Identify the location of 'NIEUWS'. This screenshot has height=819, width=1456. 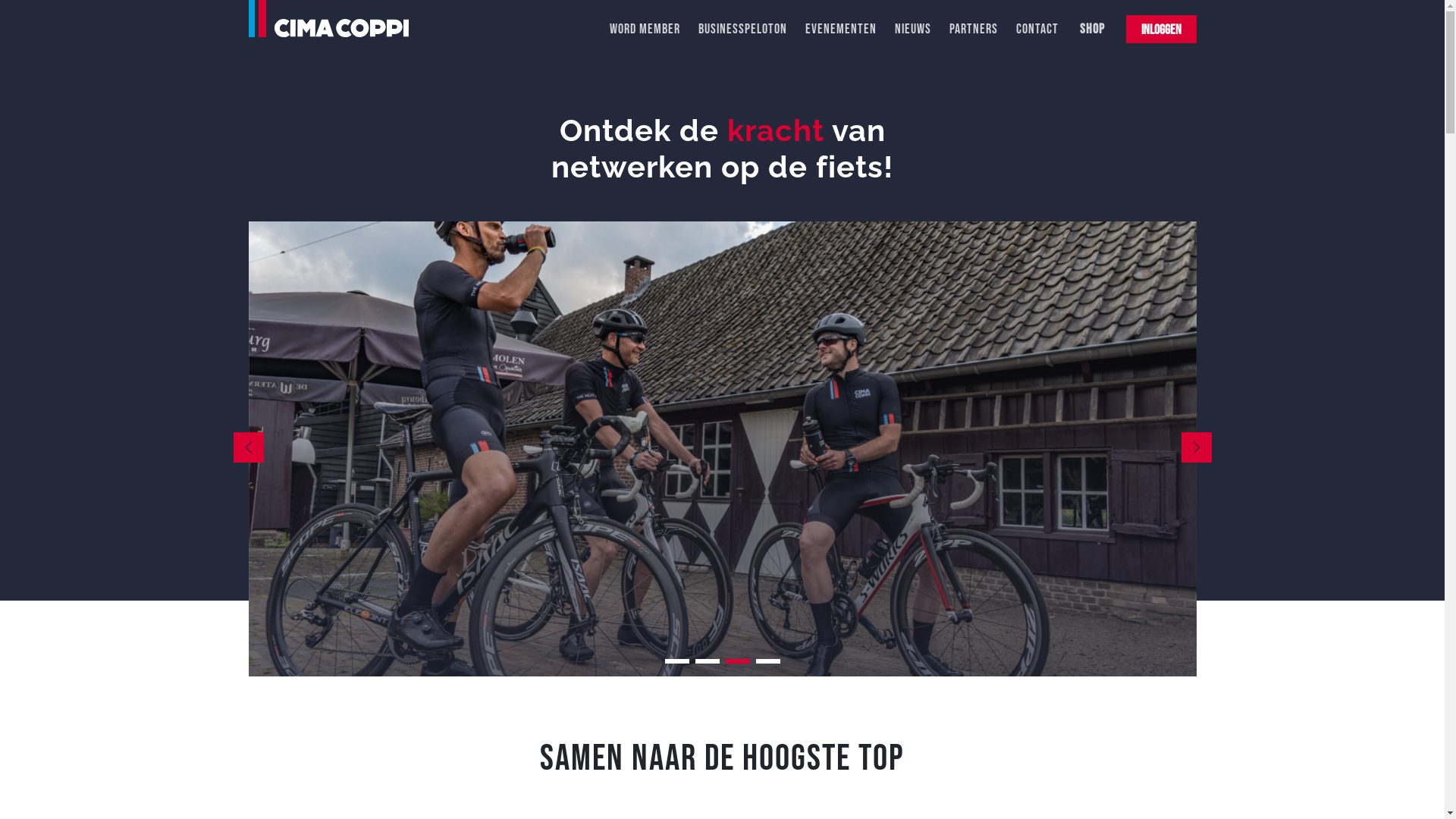
(912, 29).